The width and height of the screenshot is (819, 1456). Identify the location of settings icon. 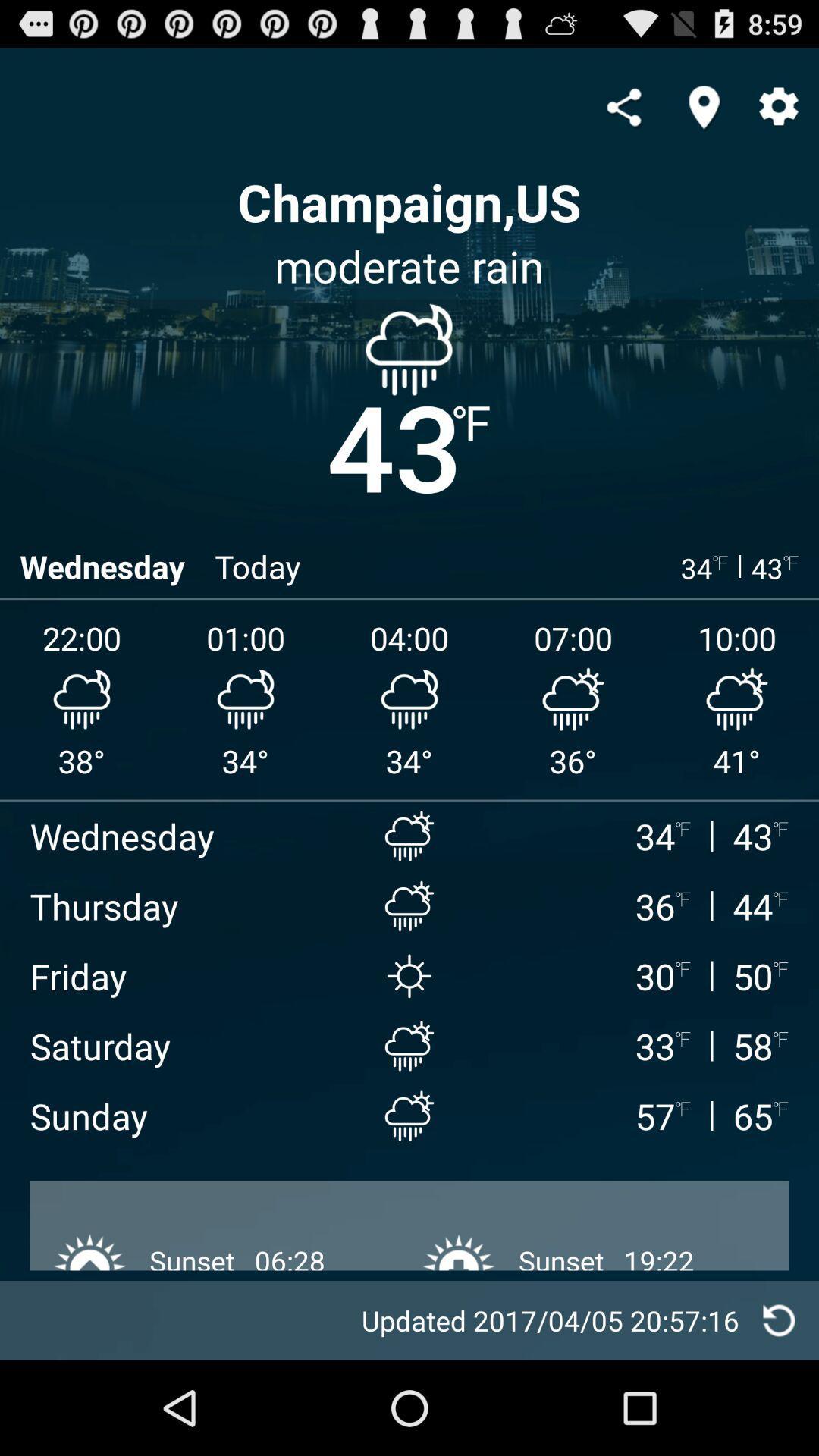
(779, 106).